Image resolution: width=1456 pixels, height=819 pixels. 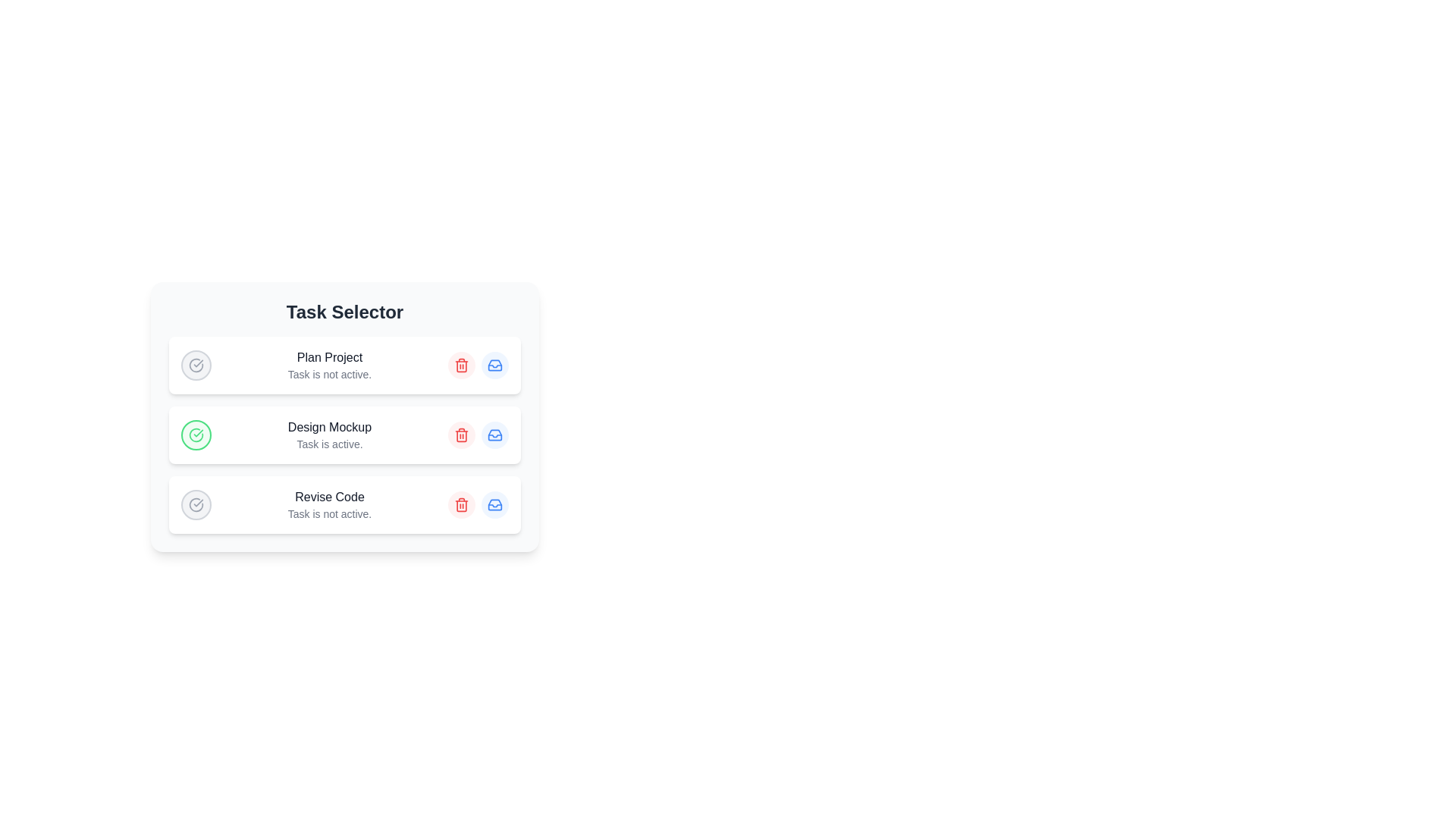 What do you see at coordinates (329, 374) in the screenshot?
I see `the static text label displaying 'Task is not active.' which is located beneath the title 'Plan Project' in the uppermost task card` at bounding box center [329, 374].